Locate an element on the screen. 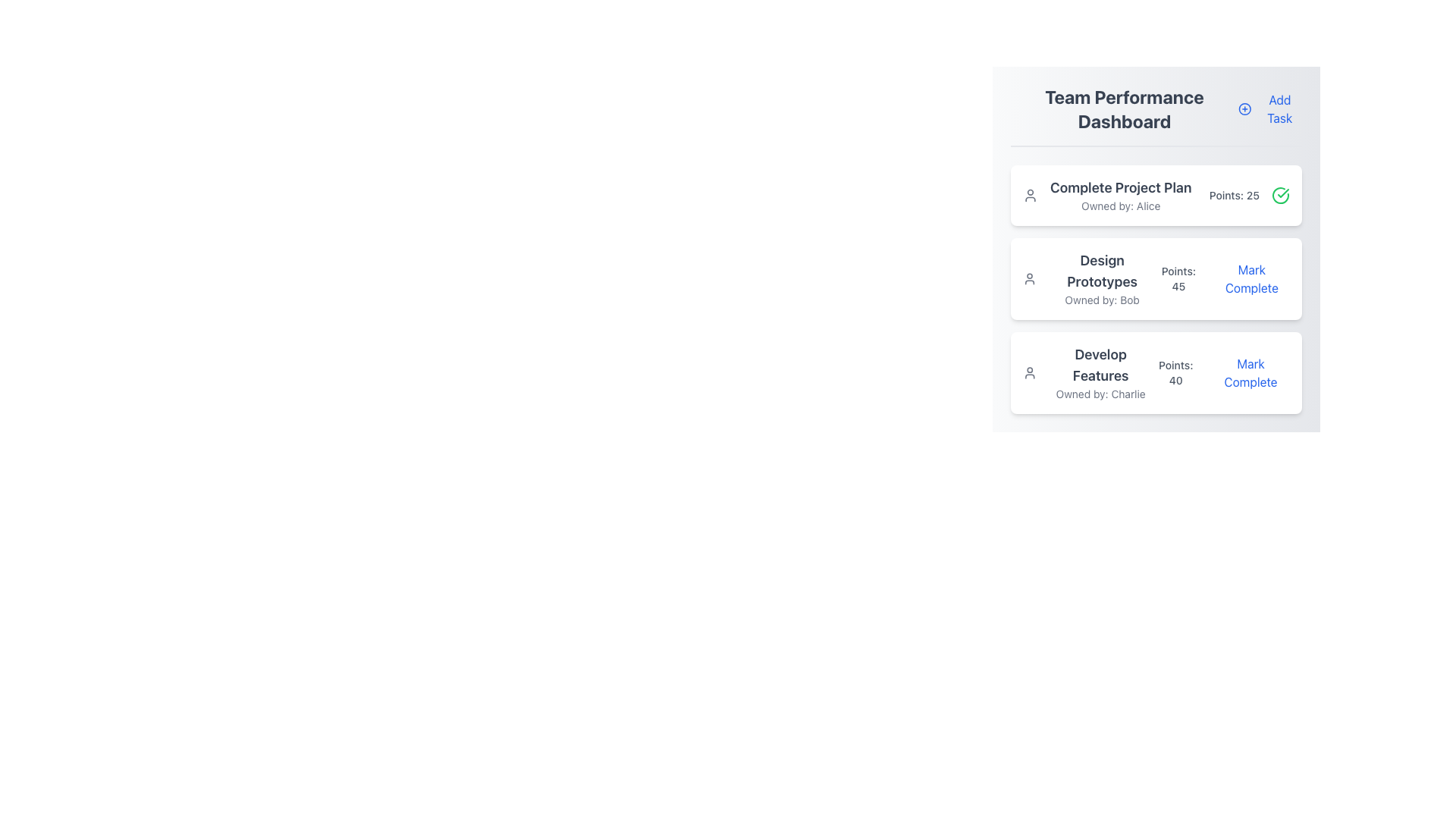 Image resolution: width=1456 pixels, height=819 pixels. the actionable link to mark the task 'Design Prototypes' as complete, located to the right of 'Points: 45' in the second row of the task list is located at coordinates (1251, 278).